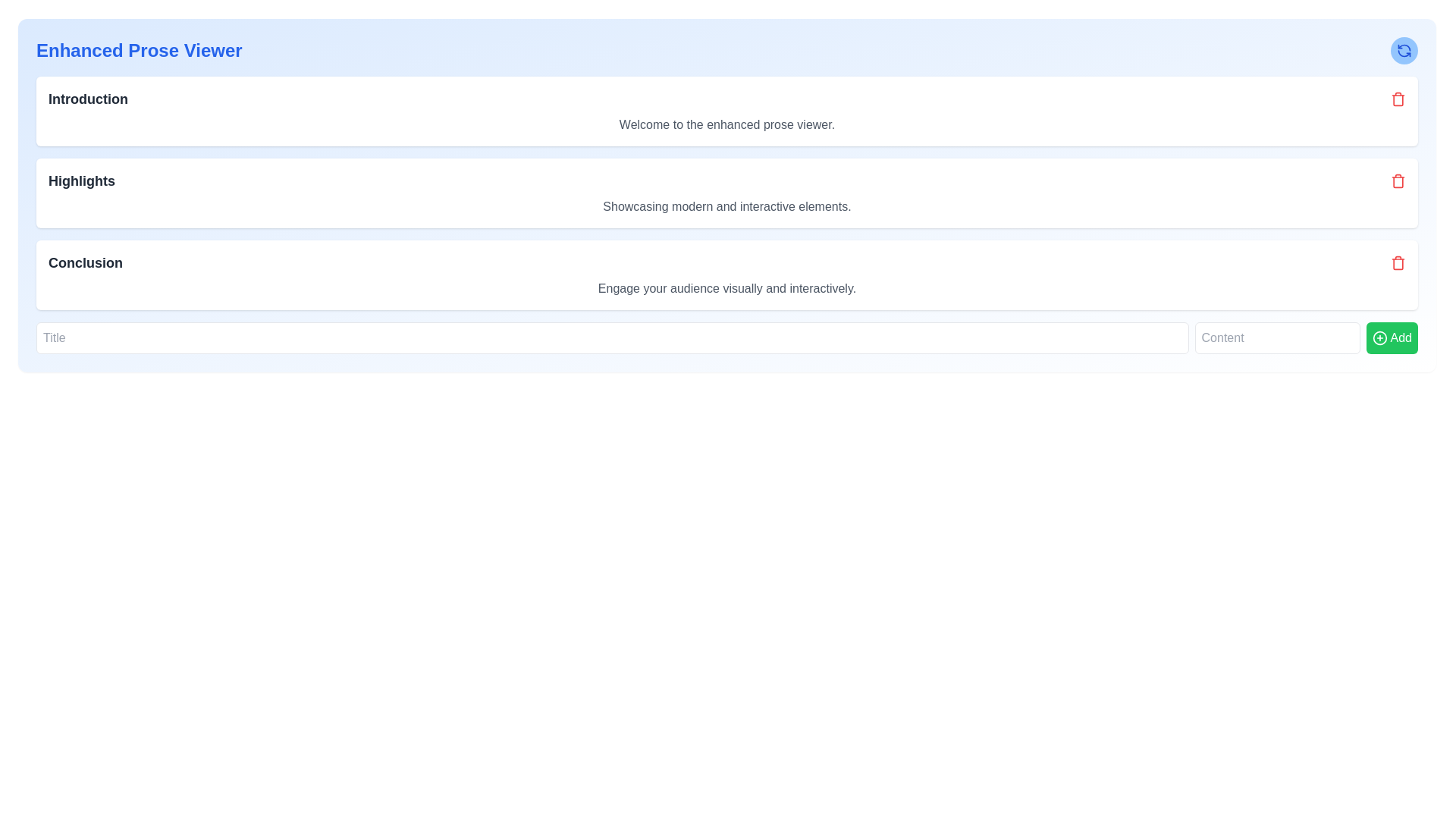 This screenshot has height=819, width=1456. Describe the element at coordinates (1404, 49) in the screenshot. I see `the refresh icon located in the top-right corner of the interface, which is styled in a circular motion and has a blue color scheme` at that location.